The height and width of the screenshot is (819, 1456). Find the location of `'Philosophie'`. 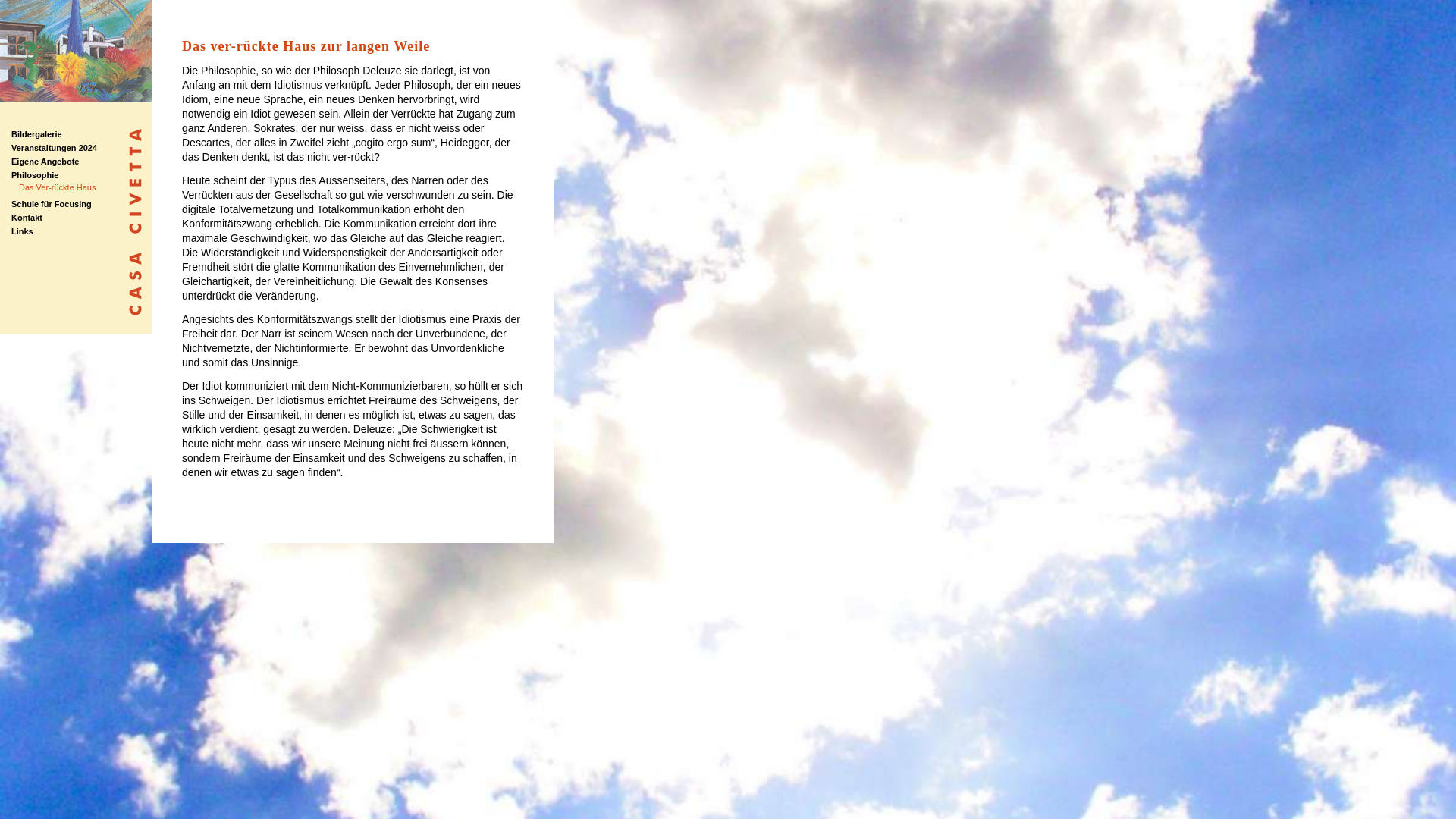

'Philosophie' is located at coordinates (35, 174).